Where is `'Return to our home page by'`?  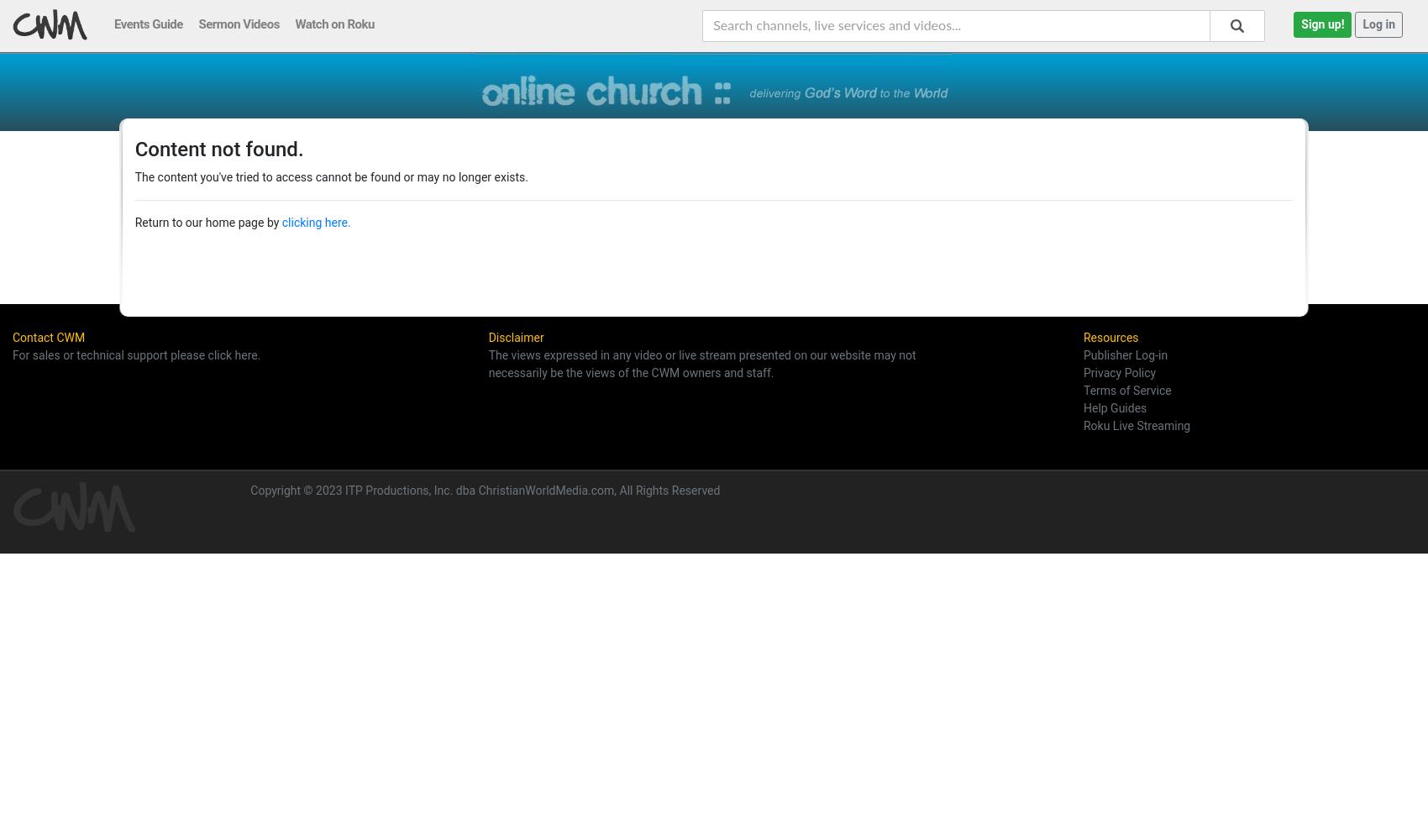 'Return to our home page by' is located at coordinates (207, 222).